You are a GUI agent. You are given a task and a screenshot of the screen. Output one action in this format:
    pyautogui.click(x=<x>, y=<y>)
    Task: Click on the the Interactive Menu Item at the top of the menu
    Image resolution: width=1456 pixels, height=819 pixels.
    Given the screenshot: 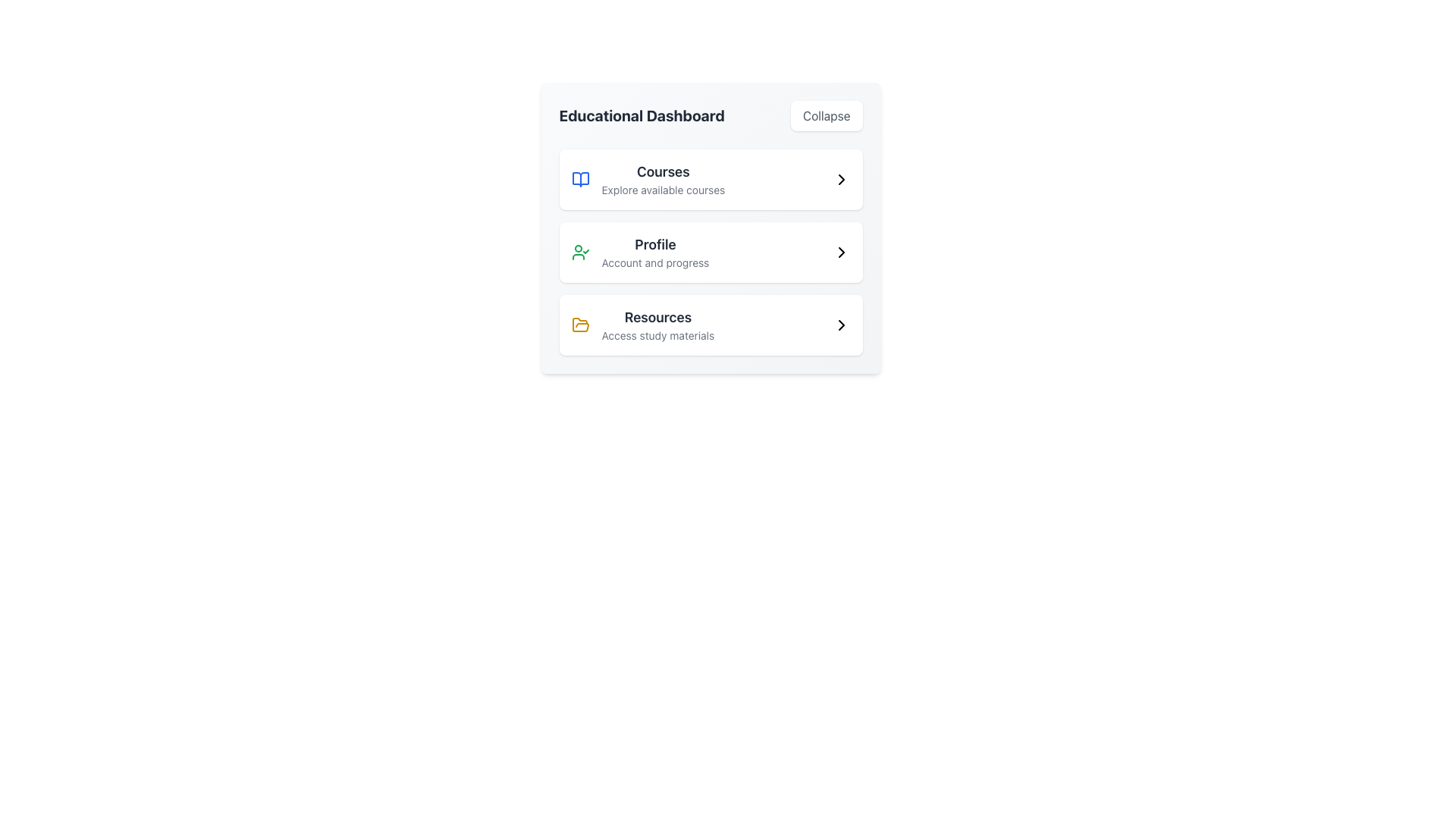 What is the action you would take?
    pyautogui.click(x=648, y=178)
    